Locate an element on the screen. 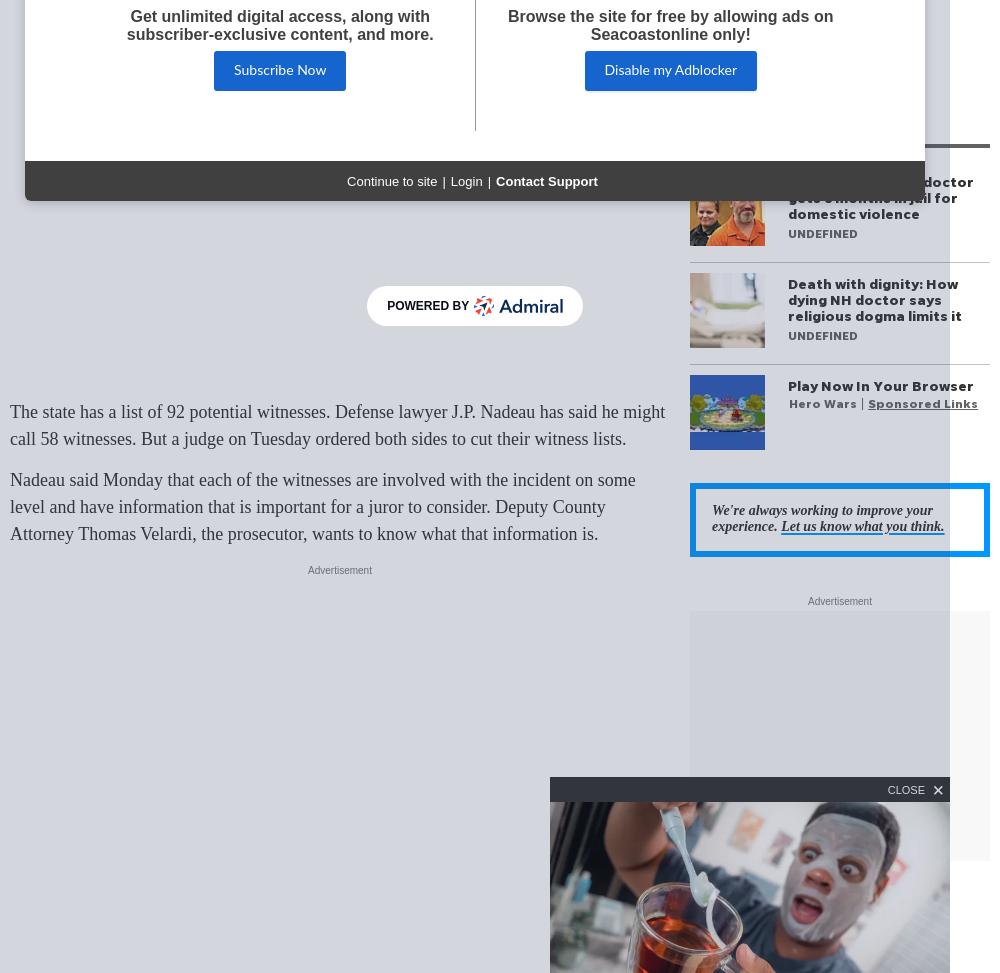 This screenshot has width=1000, height=973. 'Subscribe Now' is located at coordinates (233, 70).